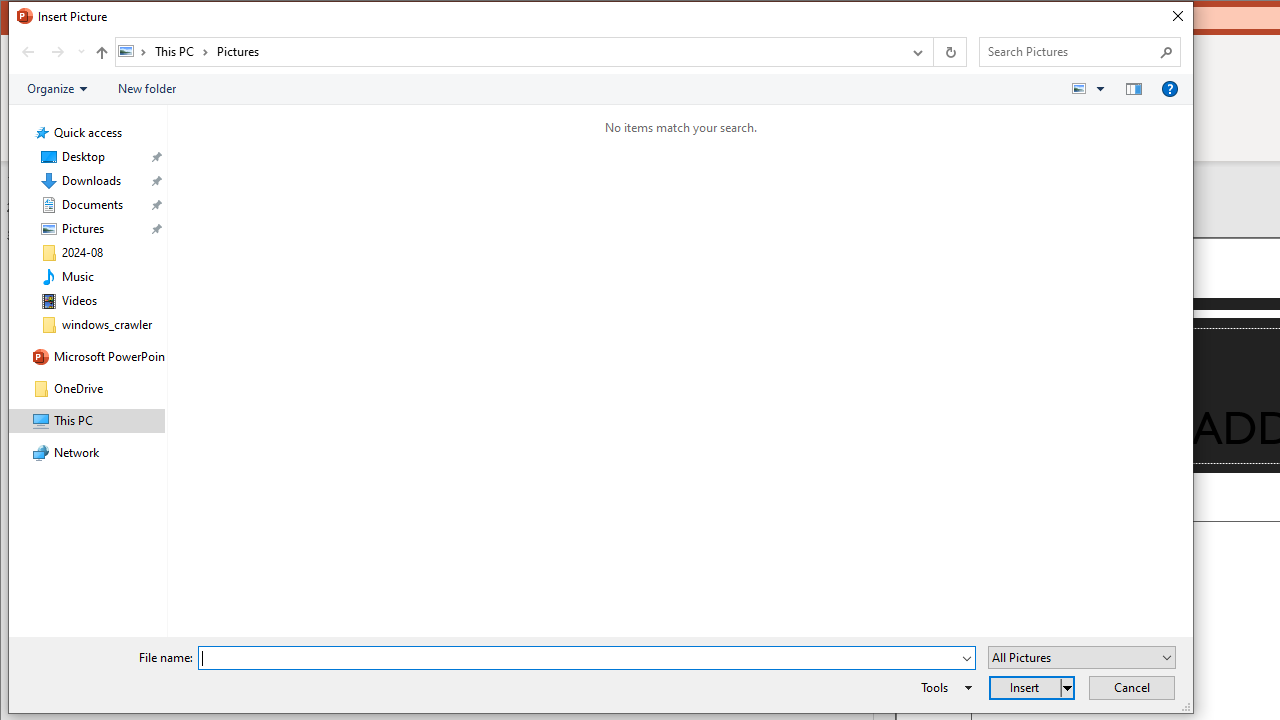  Describe the element at coordinates (1081, 657) in the screenshot. I see `'Files of type:'` at that location.